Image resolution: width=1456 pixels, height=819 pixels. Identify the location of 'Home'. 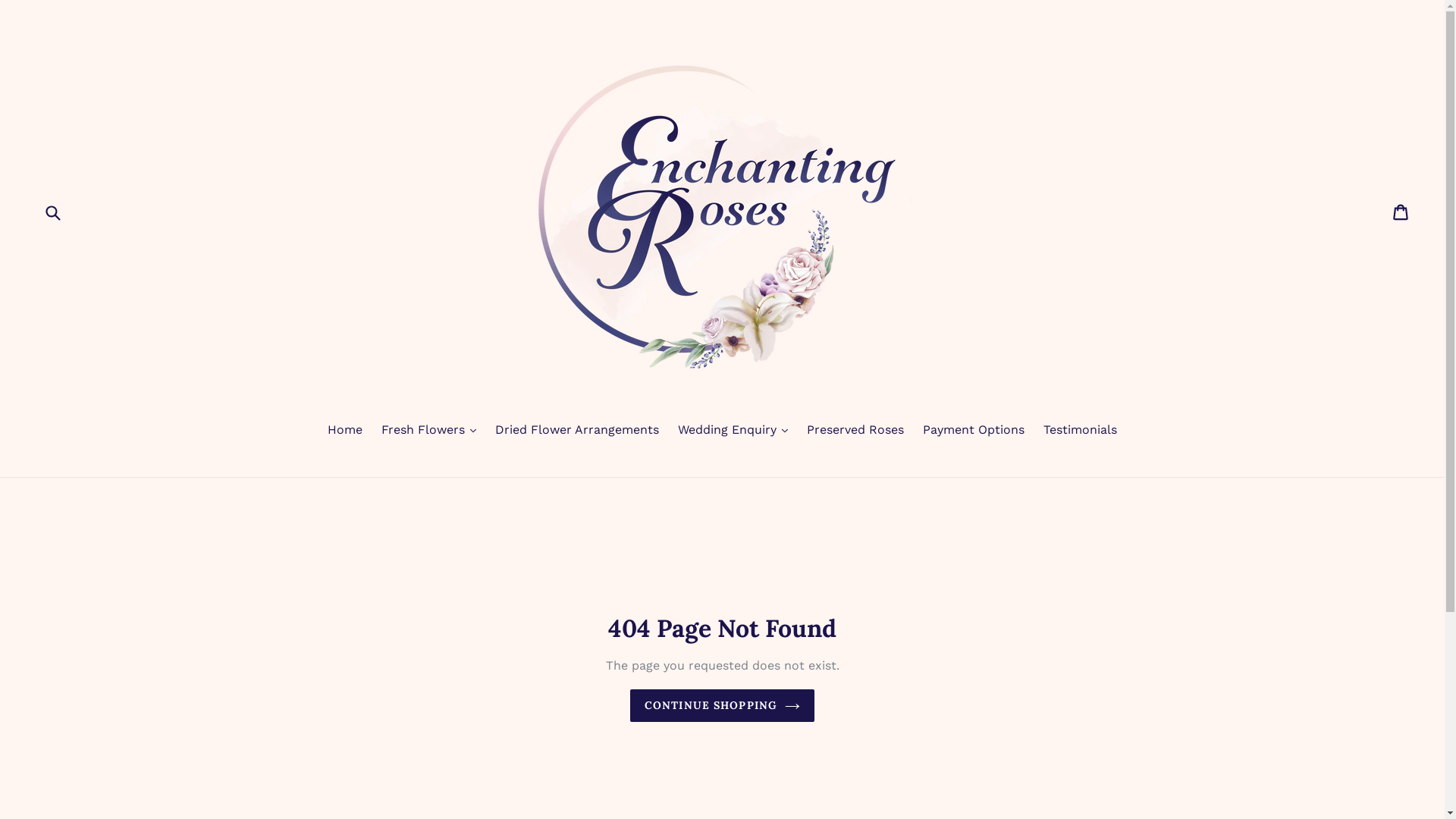
(344, 431).